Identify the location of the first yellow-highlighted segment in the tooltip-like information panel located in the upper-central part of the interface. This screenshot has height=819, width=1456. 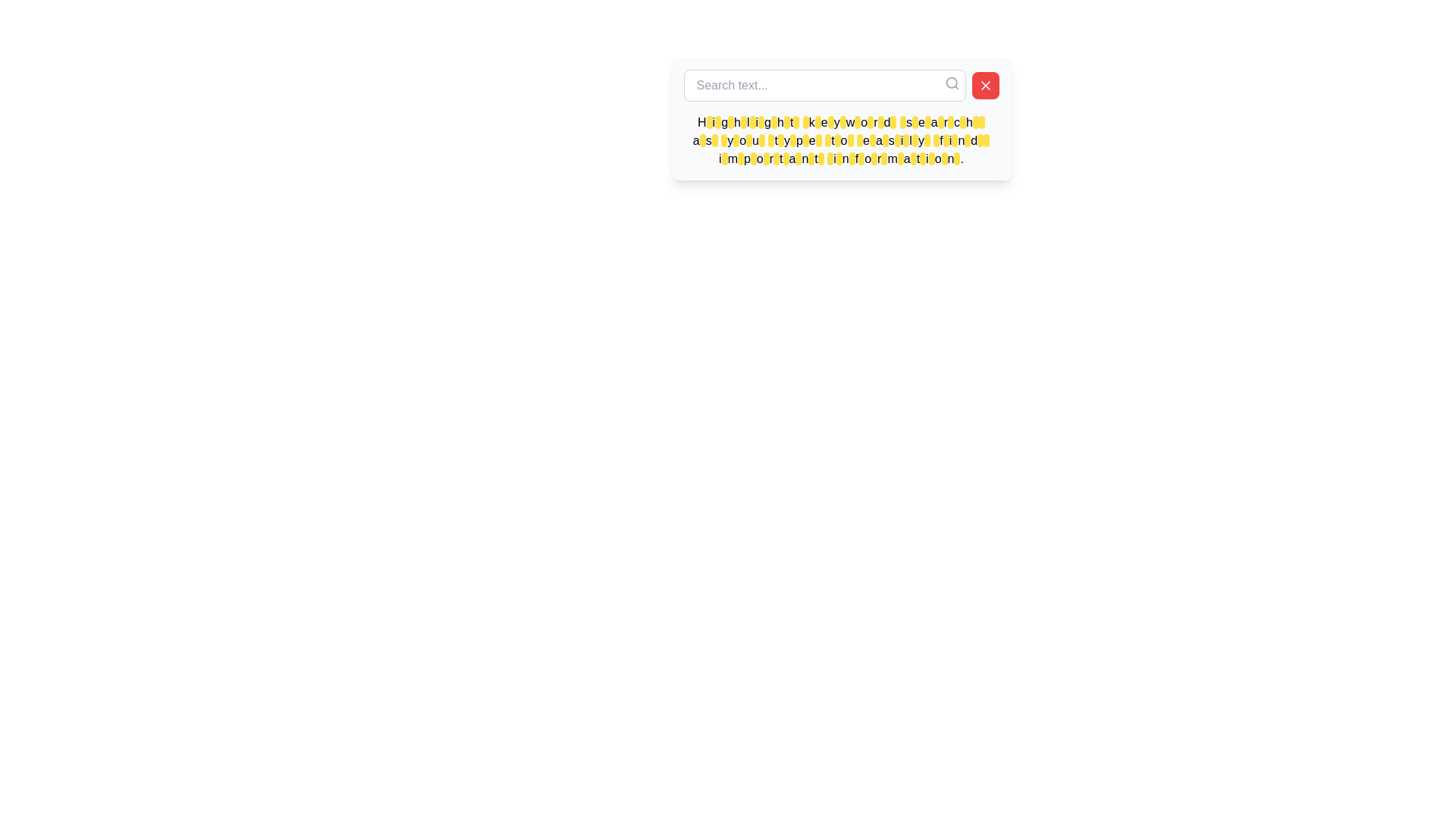
(708, 121).